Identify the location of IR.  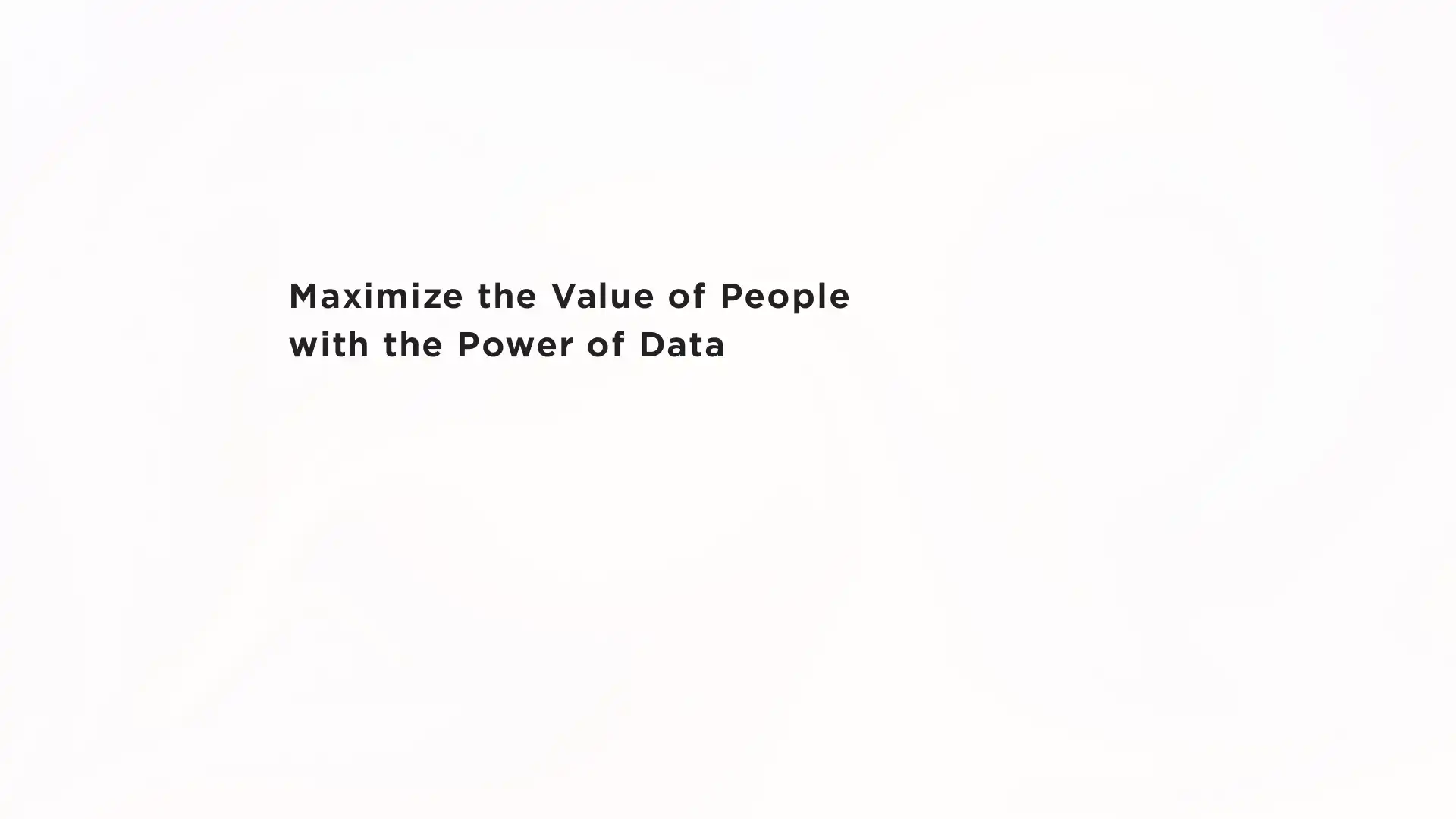
(735, 55).